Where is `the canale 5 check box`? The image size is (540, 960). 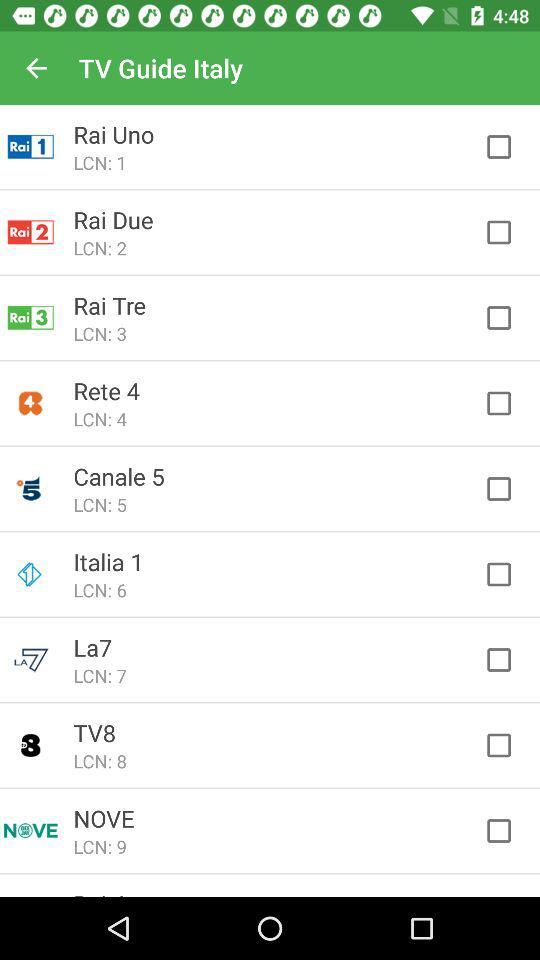
the canale 5 check box is located at coordinates (509, 488).